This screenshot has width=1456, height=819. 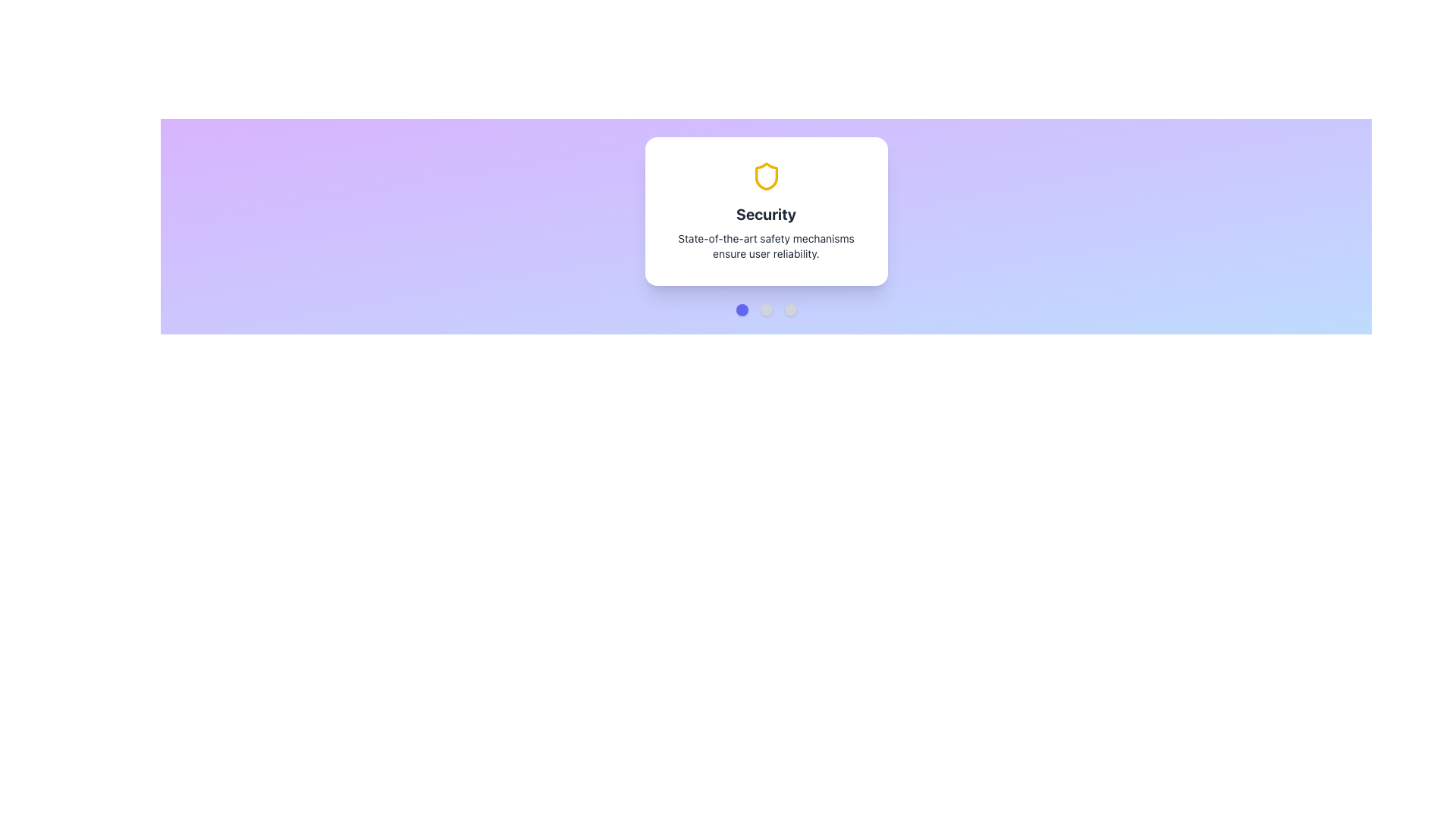 I want to click on the middle interactive circular button, which is light gray in color and located centrally below the 'Security' card, so click(x=766, y=309).